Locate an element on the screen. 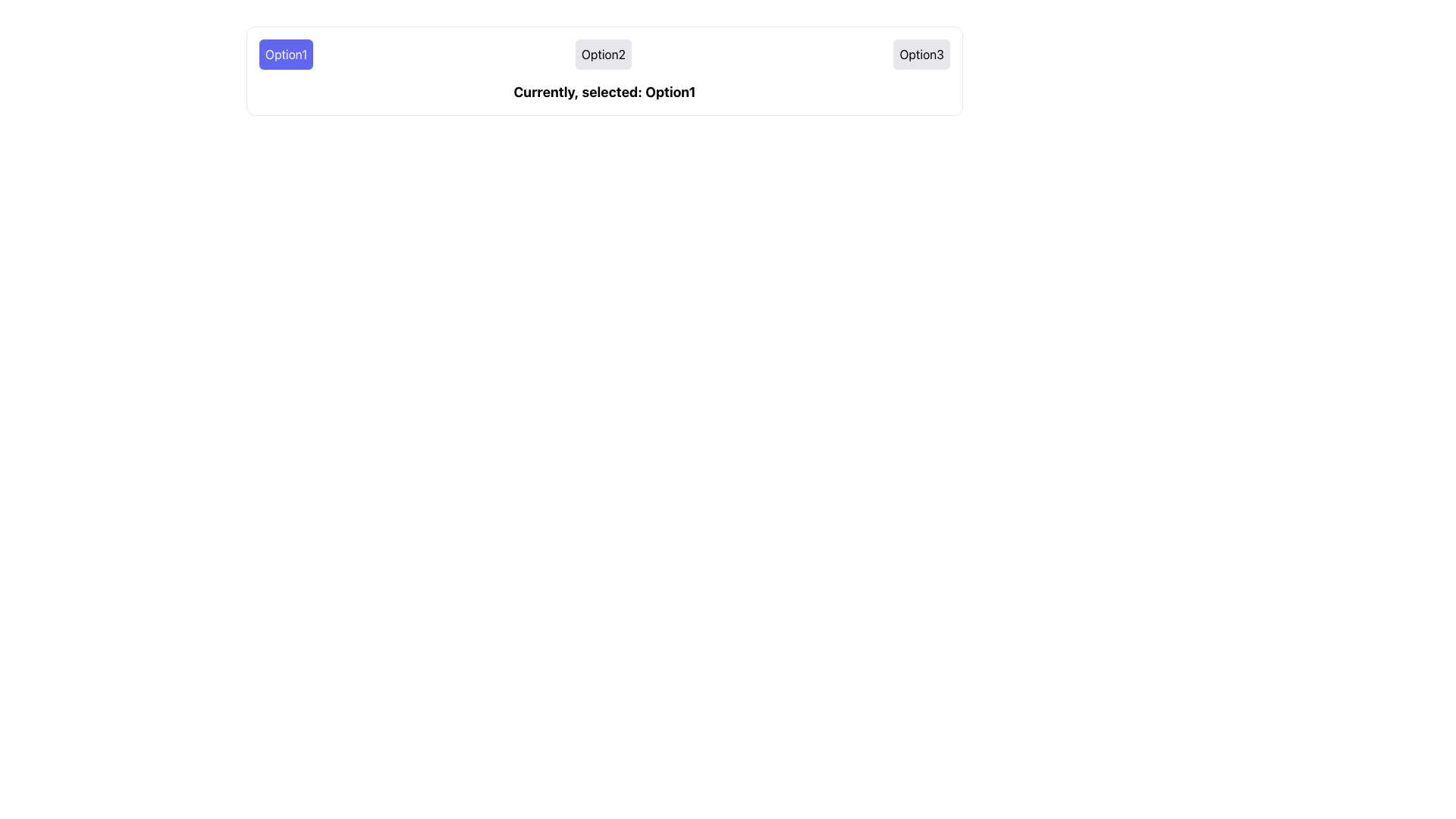 This screenshot has width=1456, height=819. the options in the Selector with status display is located at coordinates (604, 71).